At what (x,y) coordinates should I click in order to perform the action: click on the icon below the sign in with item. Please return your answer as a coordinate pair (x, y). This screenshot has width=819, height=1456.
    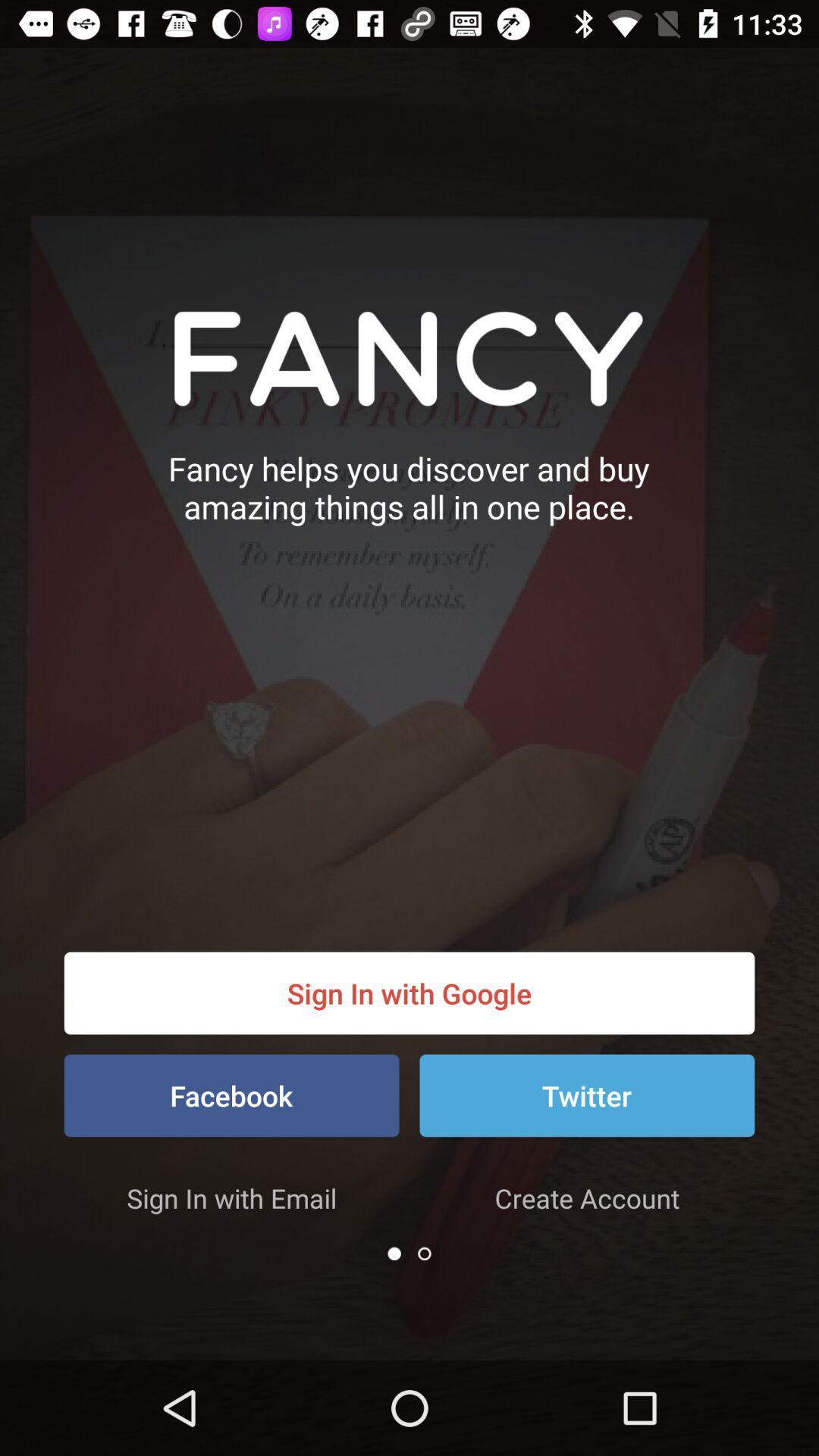
    Looking at the image, I should click on (586, 1095).